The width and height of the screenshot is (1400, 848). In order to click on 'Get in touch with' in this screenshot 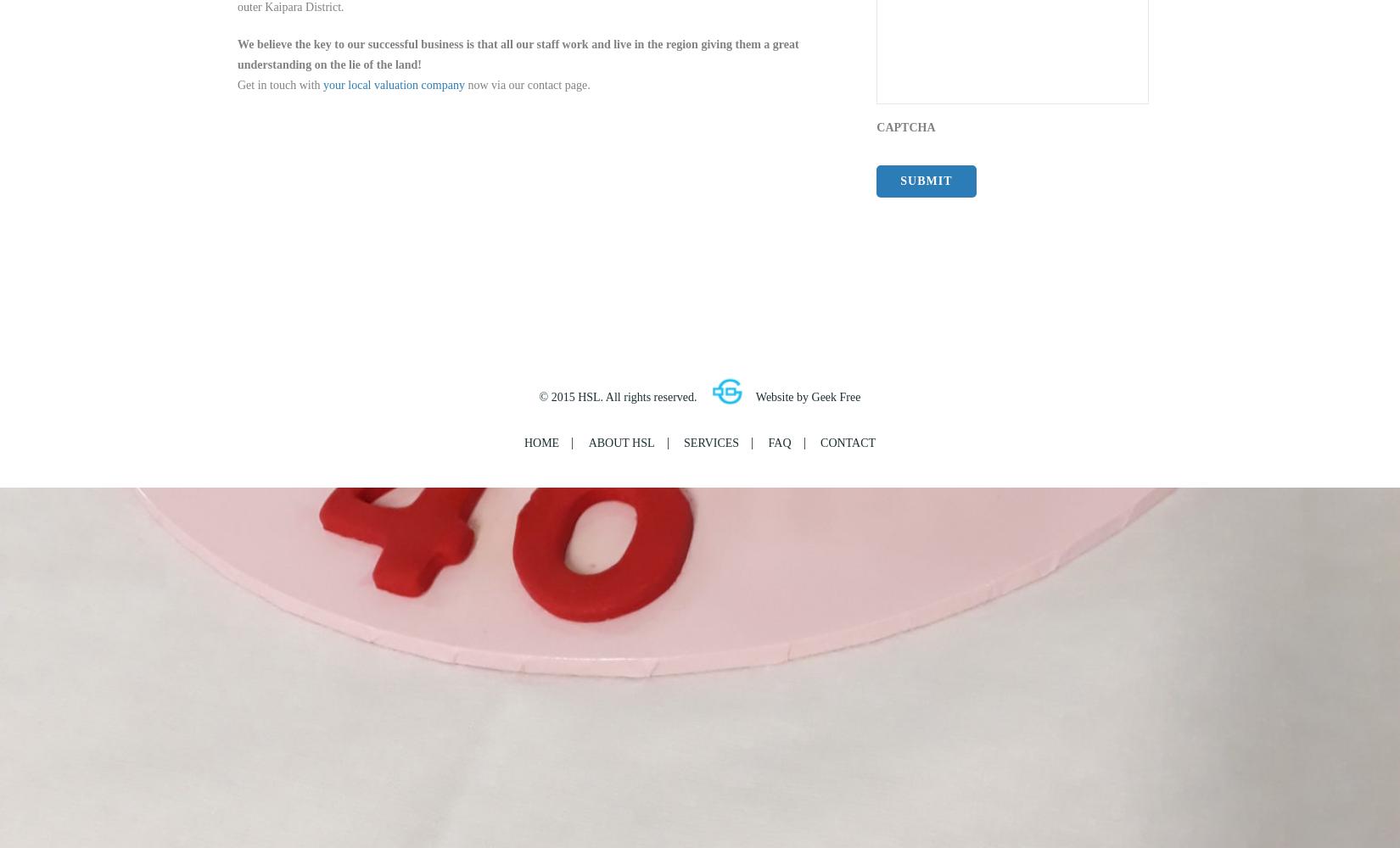, I will do `click(238, 84)`.